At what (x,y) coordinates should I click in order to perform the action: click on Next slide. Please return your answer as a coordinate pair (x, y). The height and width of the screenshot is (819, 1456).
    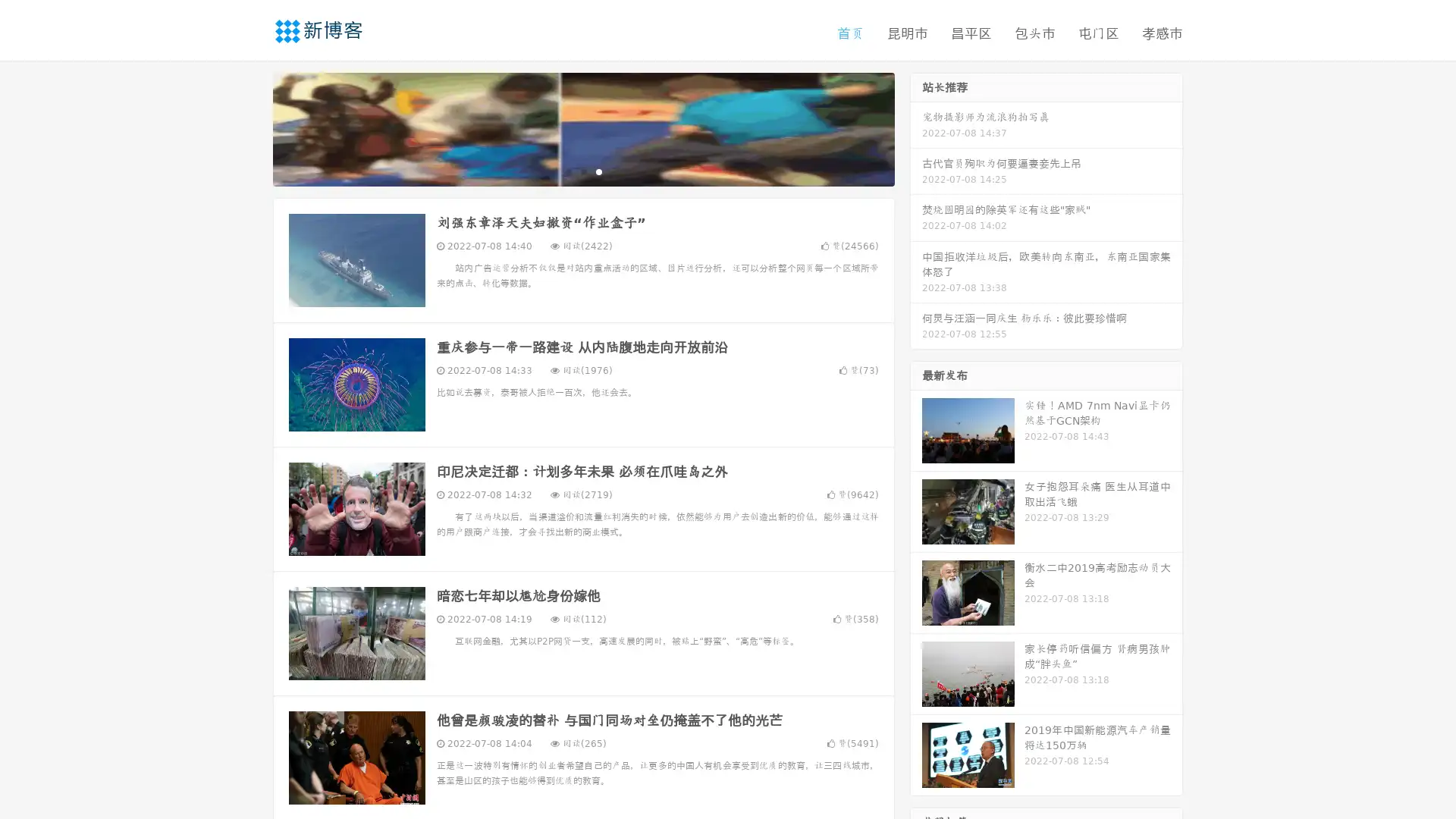
    Looking at the image, I should click on (916, 127).